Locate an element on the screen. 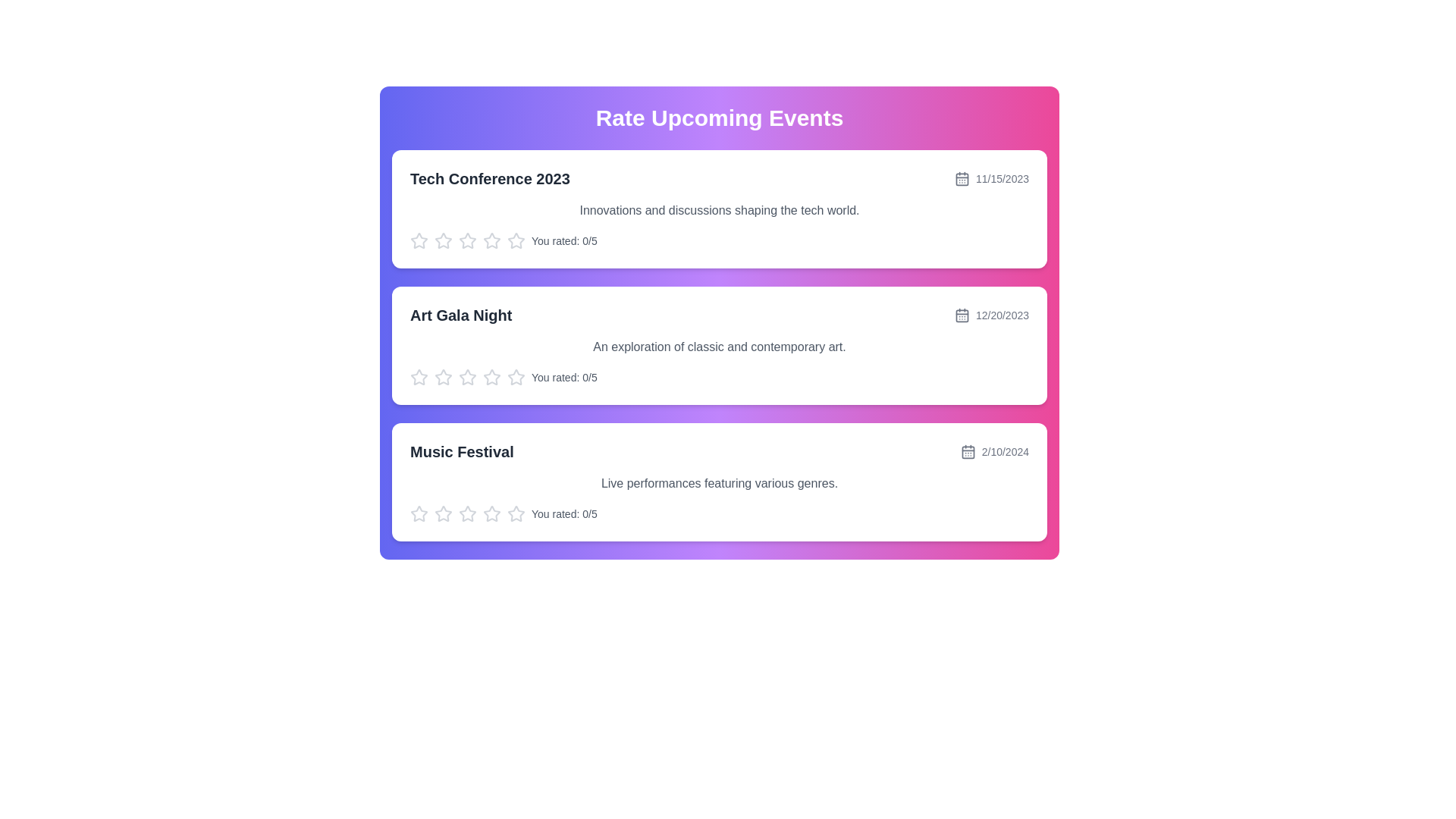 This screenshot has height=819, width=1456. the calendar icon with a minimalist SVG design located in the 'Music Festival' section, positioned at the top-right corner adjacent to the date '2/10/2024' is located at coordinates (967, 451).